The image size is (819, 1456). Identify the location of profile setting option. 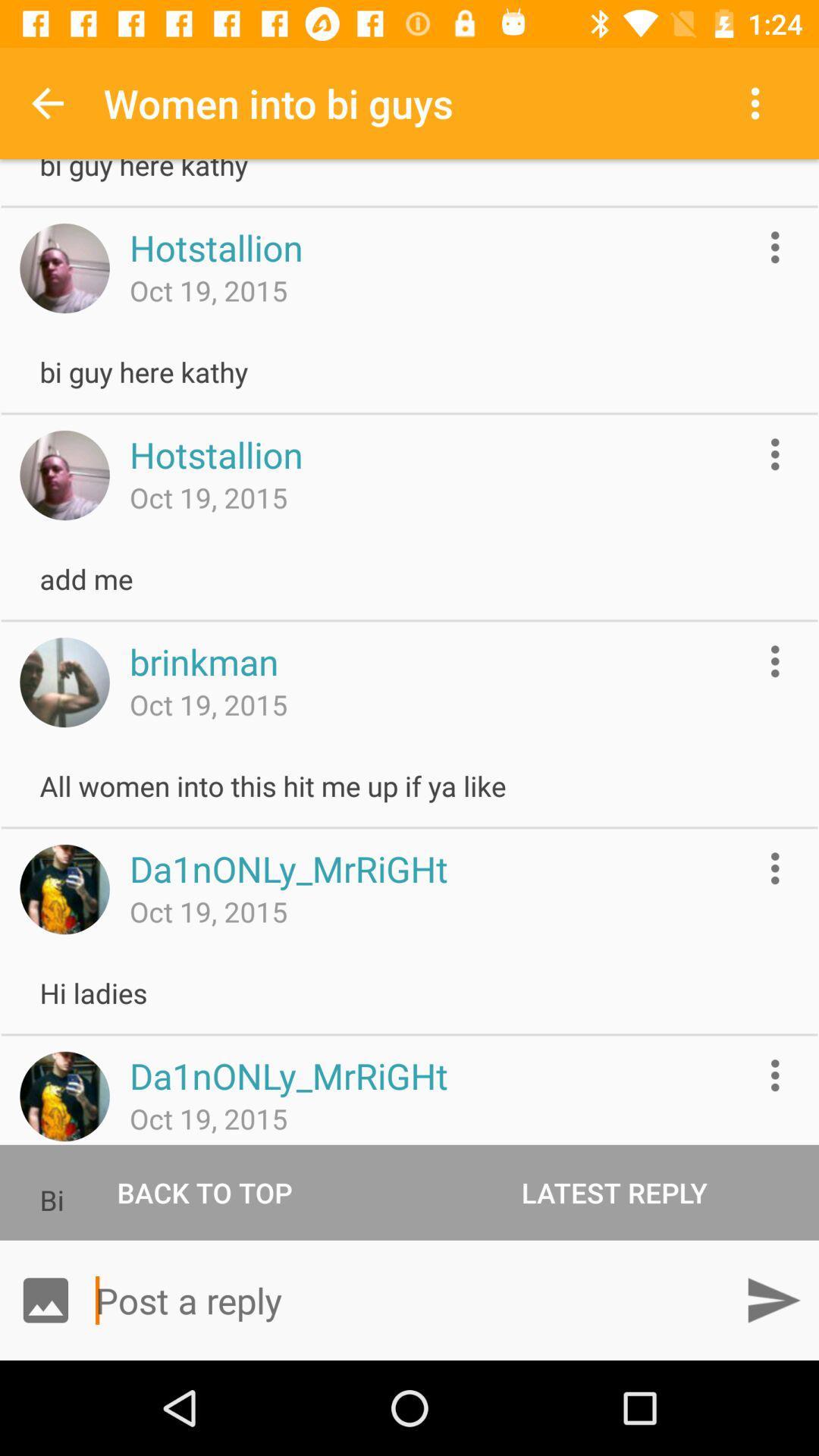
(775, 247).